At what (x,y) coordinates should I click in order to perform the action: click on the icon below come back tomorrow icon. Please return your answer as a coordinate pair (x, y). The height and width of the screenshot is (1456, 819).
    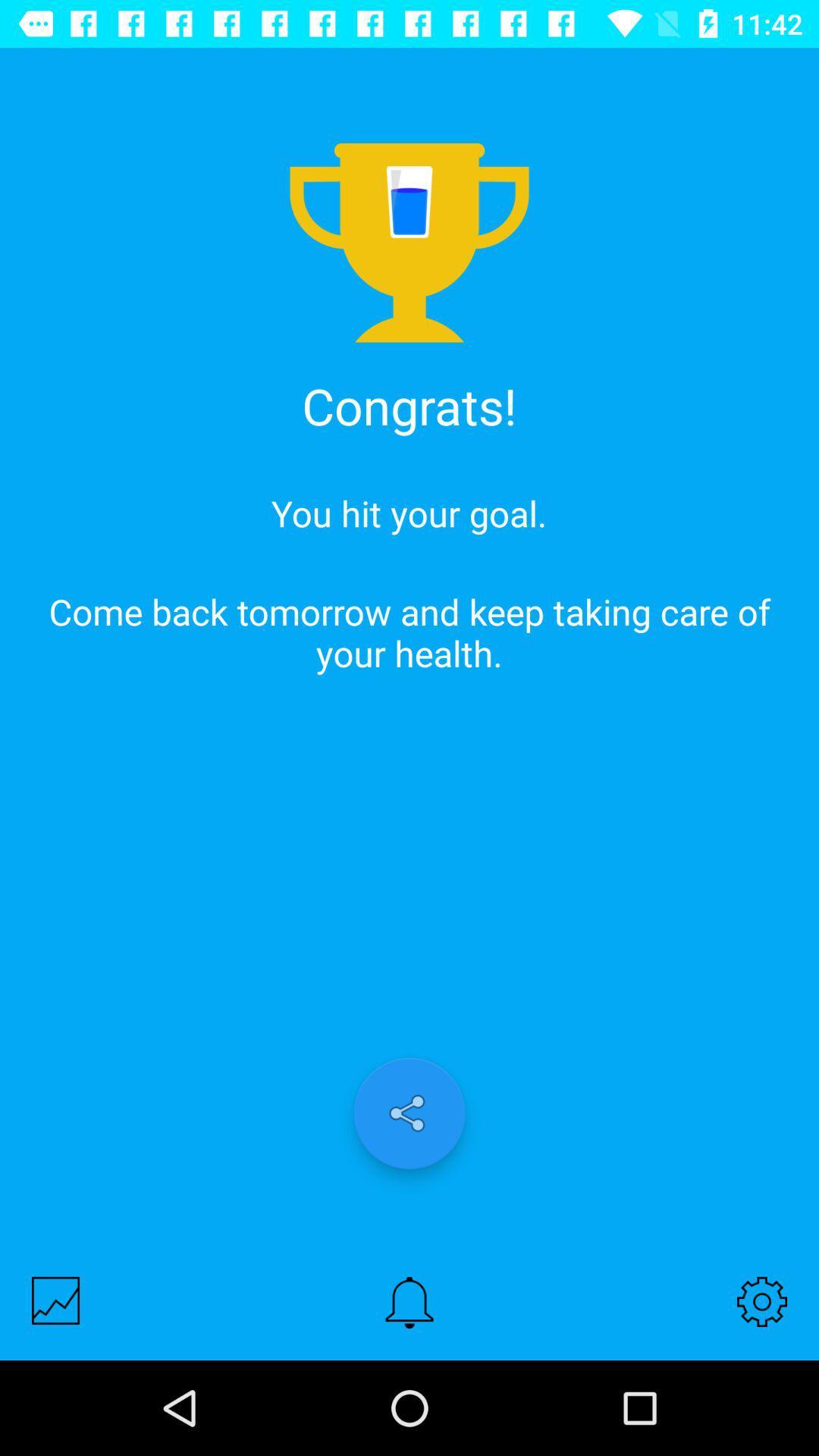
    Looking at the image, I should click on (762, 1301).